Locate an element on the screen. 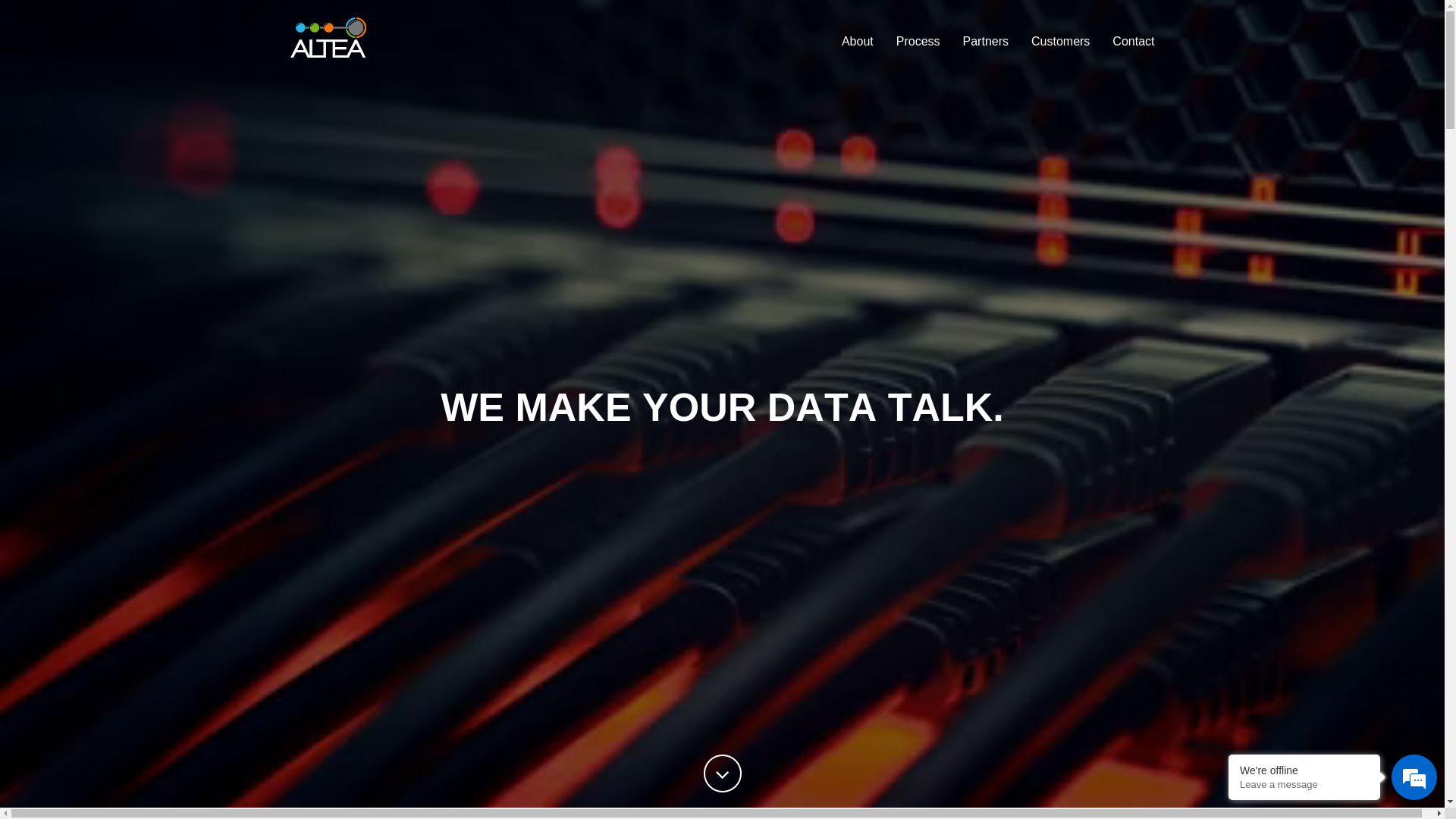  'About' is located at coordinates (858, 40).